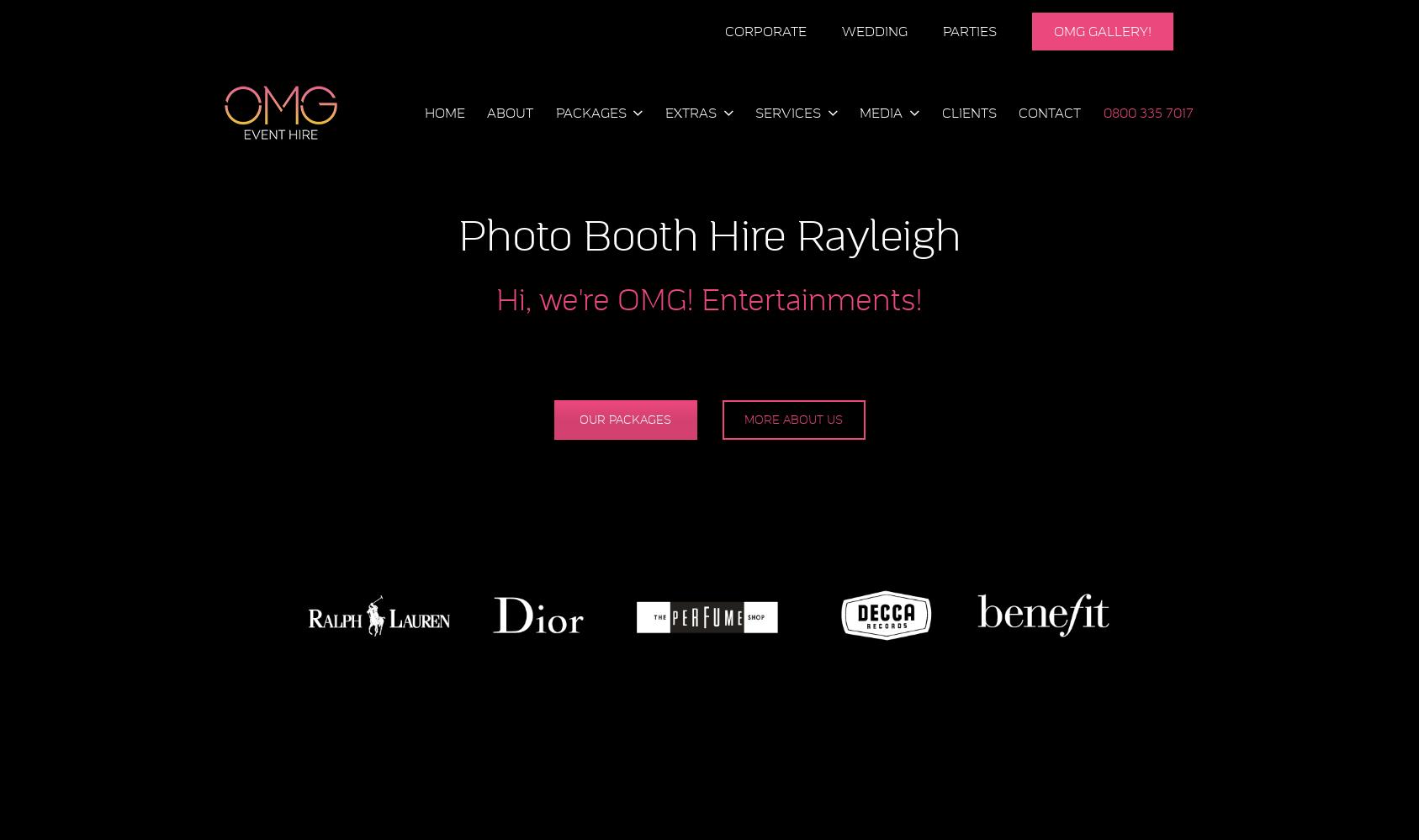  Describe the element at coordinates (679, 394) in the screenshot. I see `'Email Optin'` at that location.